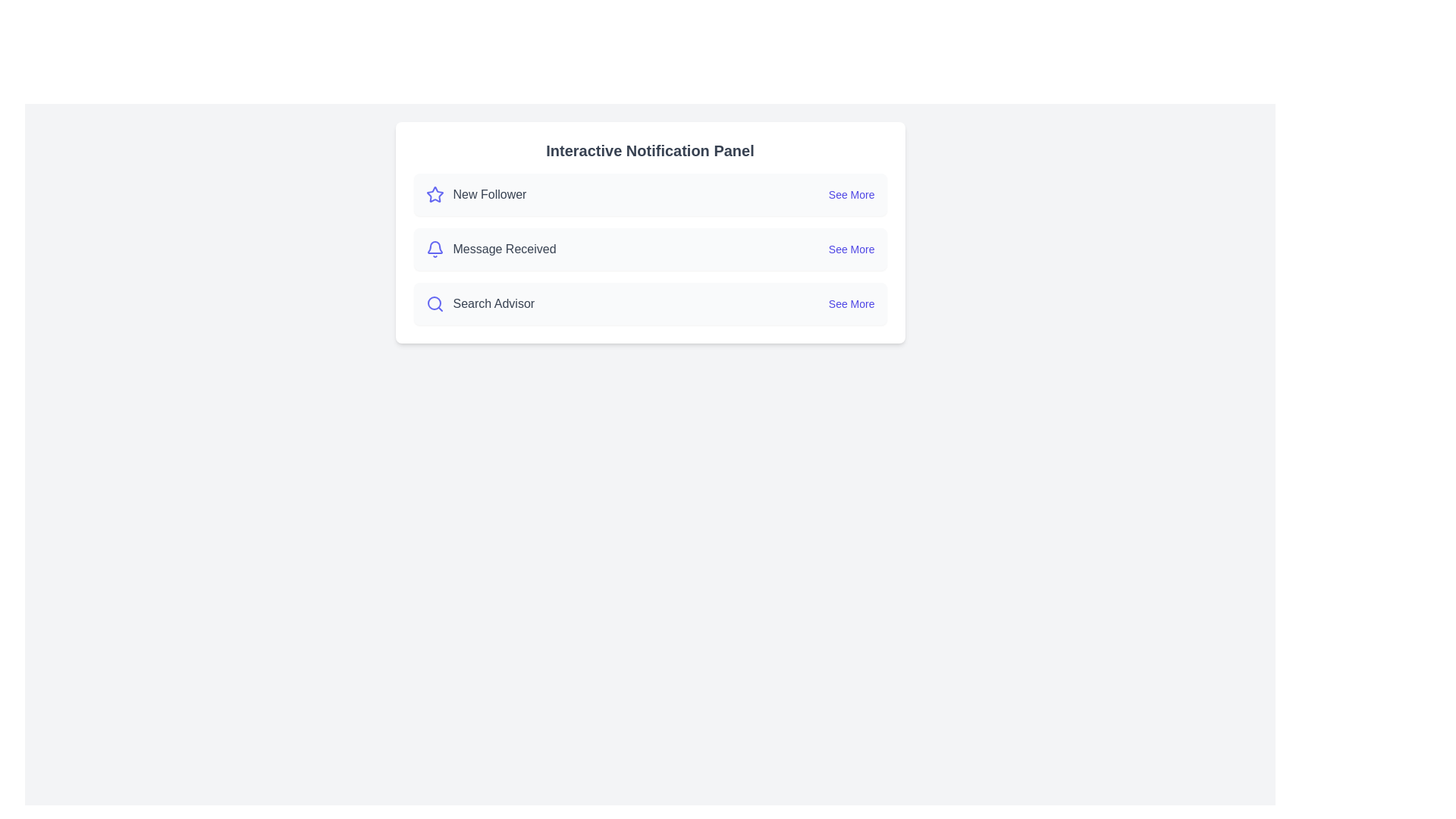  Describe the element at coordinates (504, 248) in the screenshot. I see `the 'Message Received' text label, which is positioned below the 'New Follower' item and above the 'Search Advisor' item in the panel` at that location.